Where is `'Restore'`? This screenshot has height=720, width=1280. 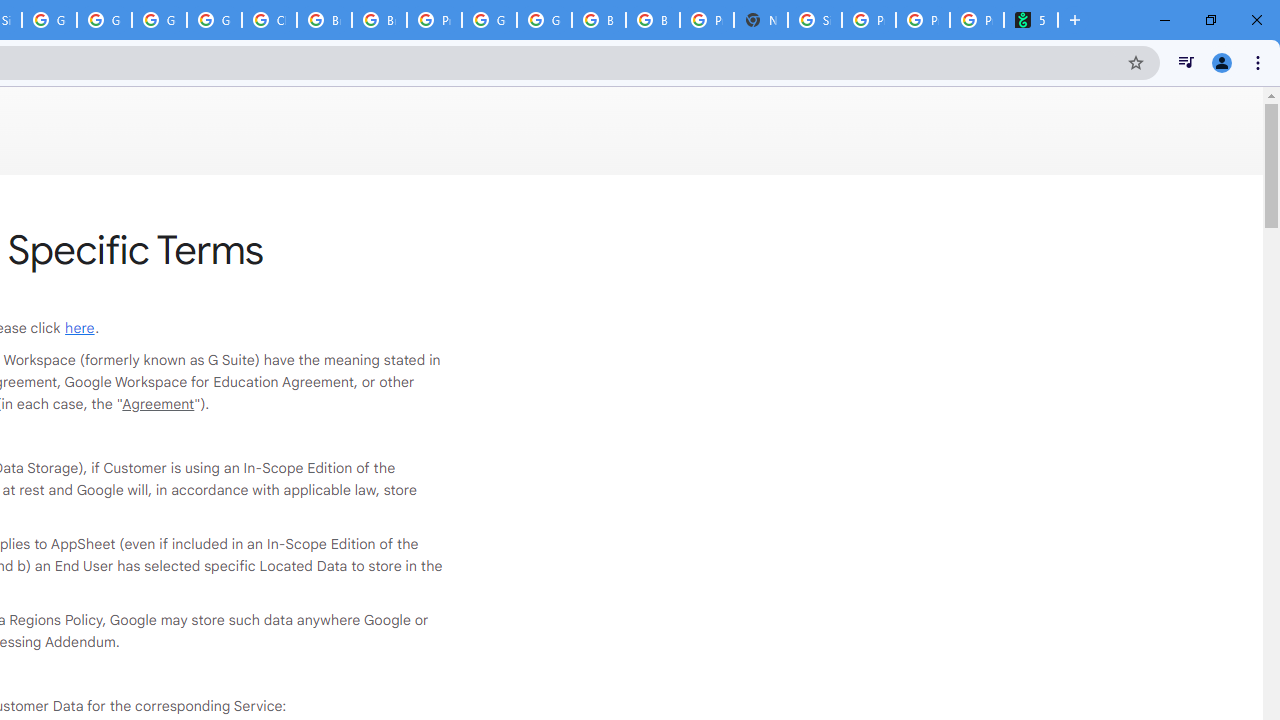
'Restore' is located at coordinates (1209, 20).